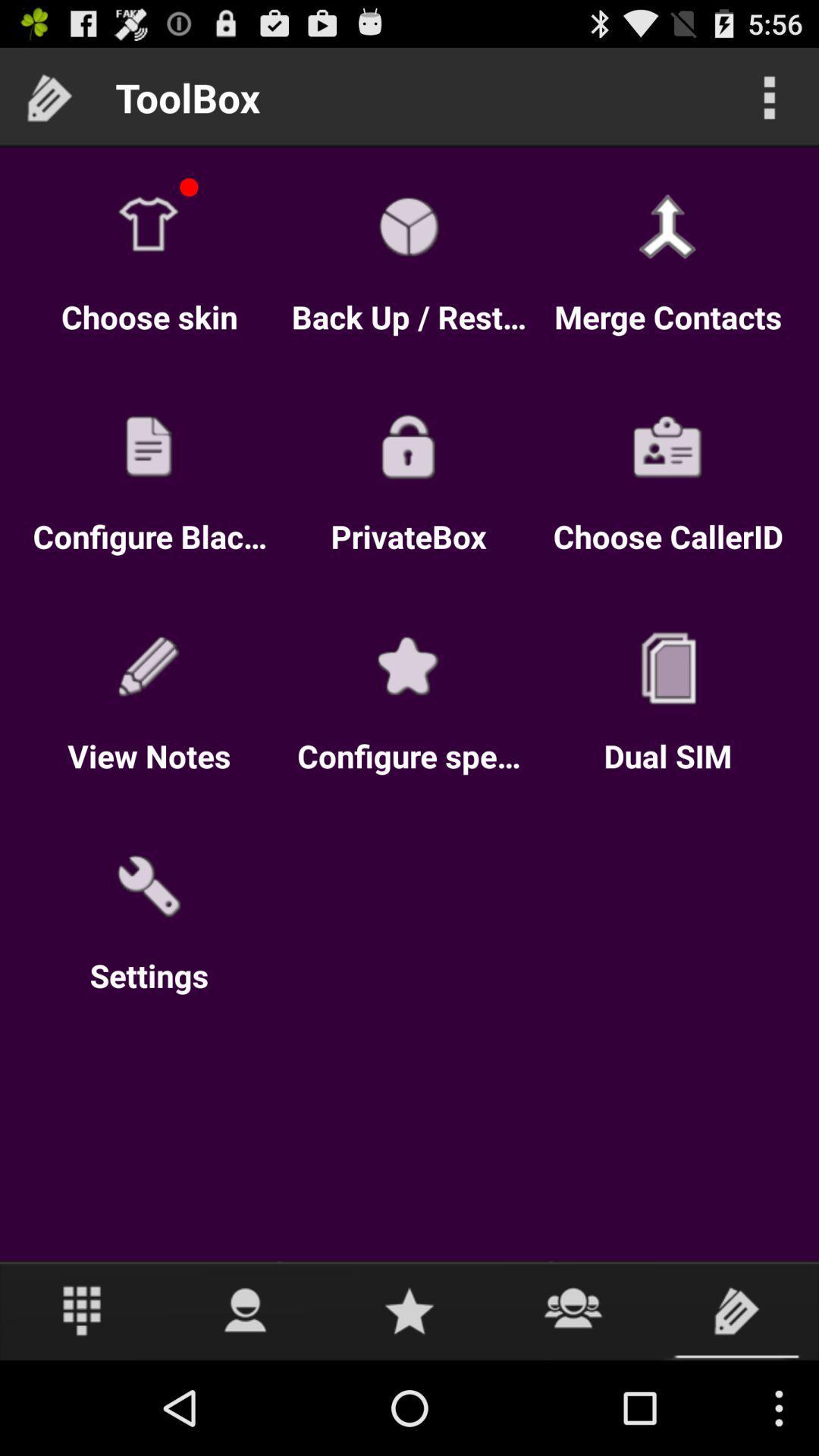 This screenshot has height=1456, width=819. What do you see at coordinates (245, 1310) in the screenshot?
I see `profile` at bounding box center [245, 1310].